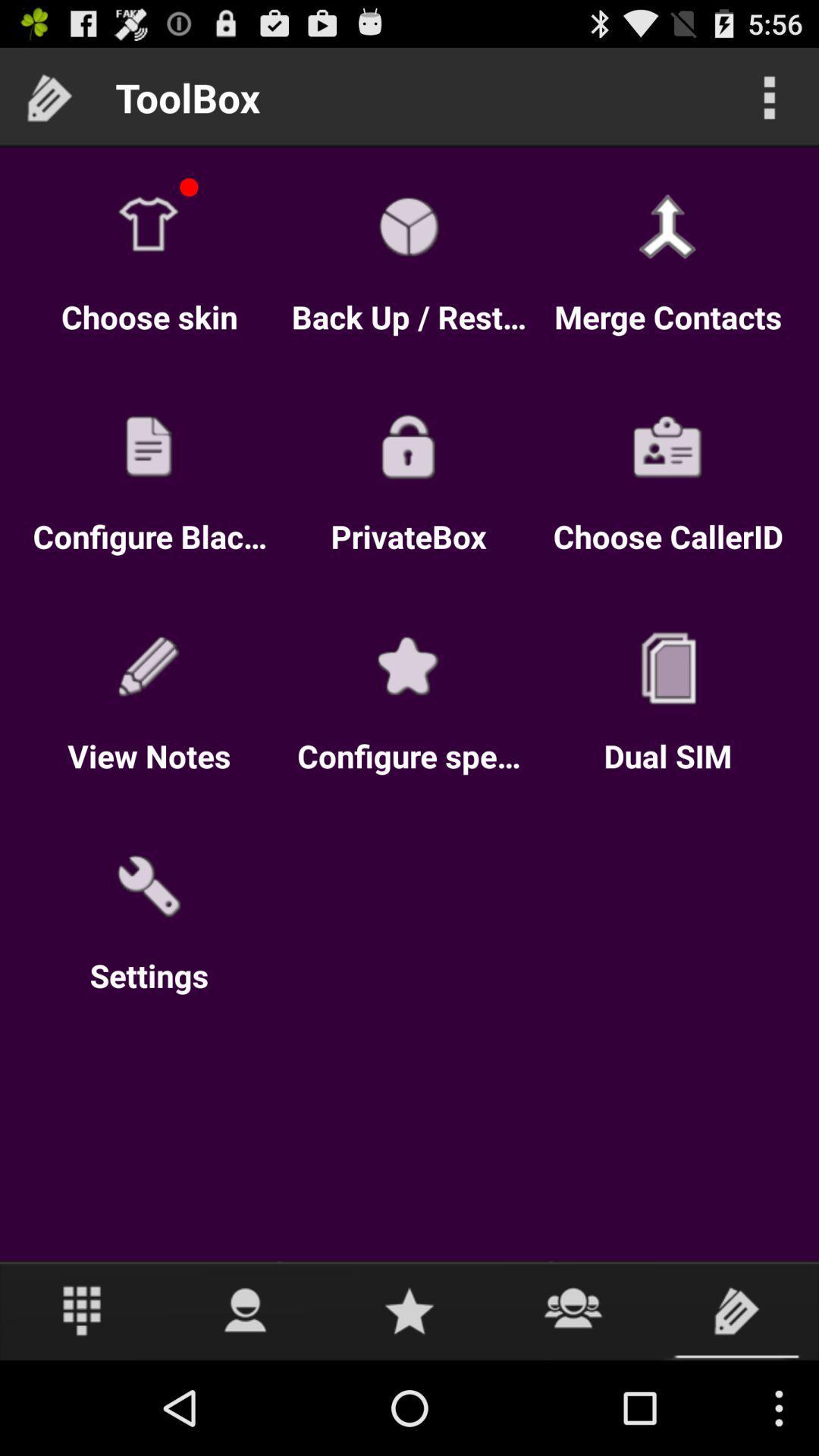 This screenshot has height=1456, width=819. What do you see at coordinates (245, 1310) in the screenshot?
I see `profile` at bounding box center [245, 1310].